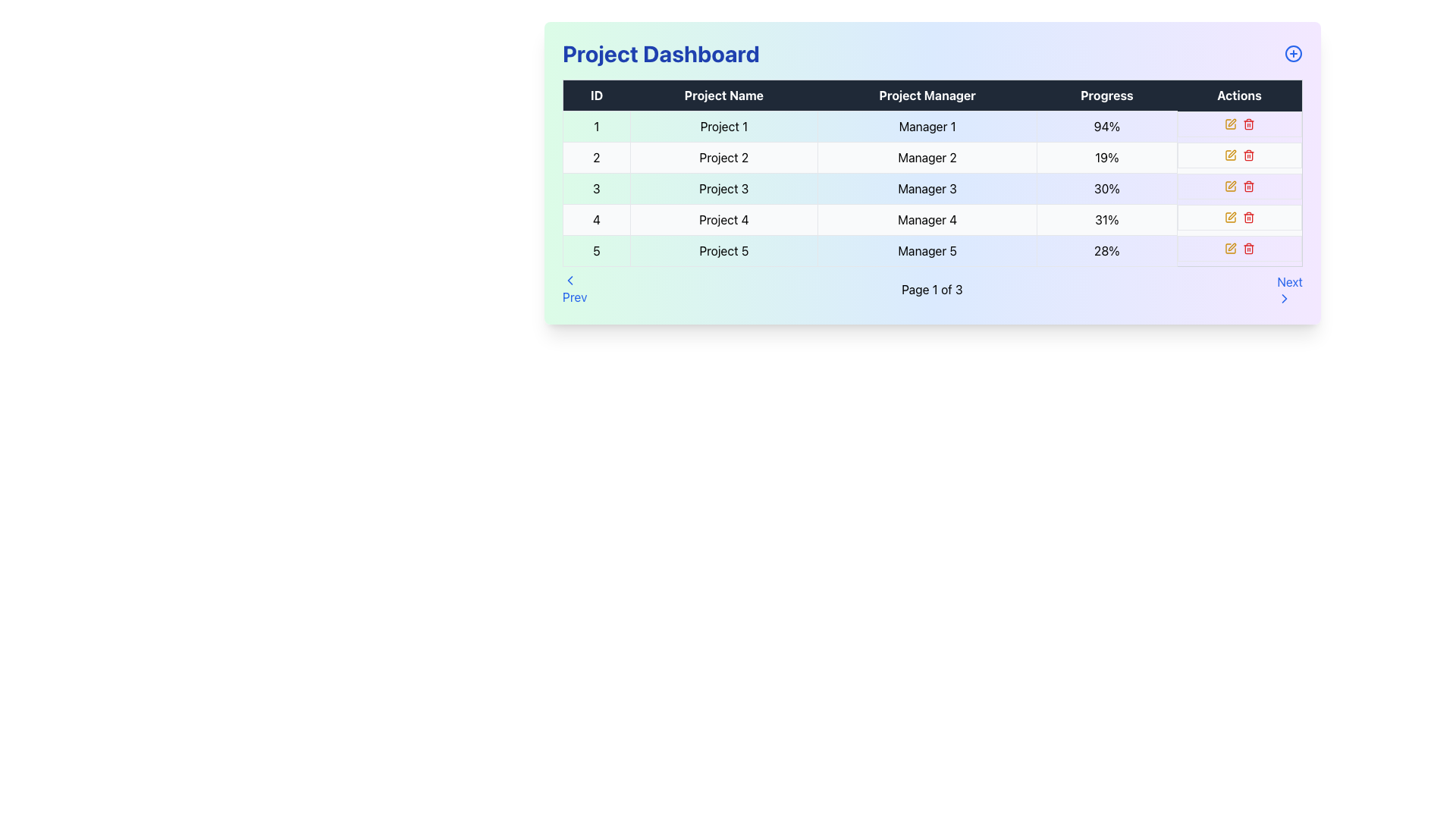  What do you see at coordinates (1106, 125) in the screenshot?
I see `the static text cell displaying '94%' in bold black font, which is located in the fourth column of the first row under the 'Progress' header` at bounding box center [1106, 125].